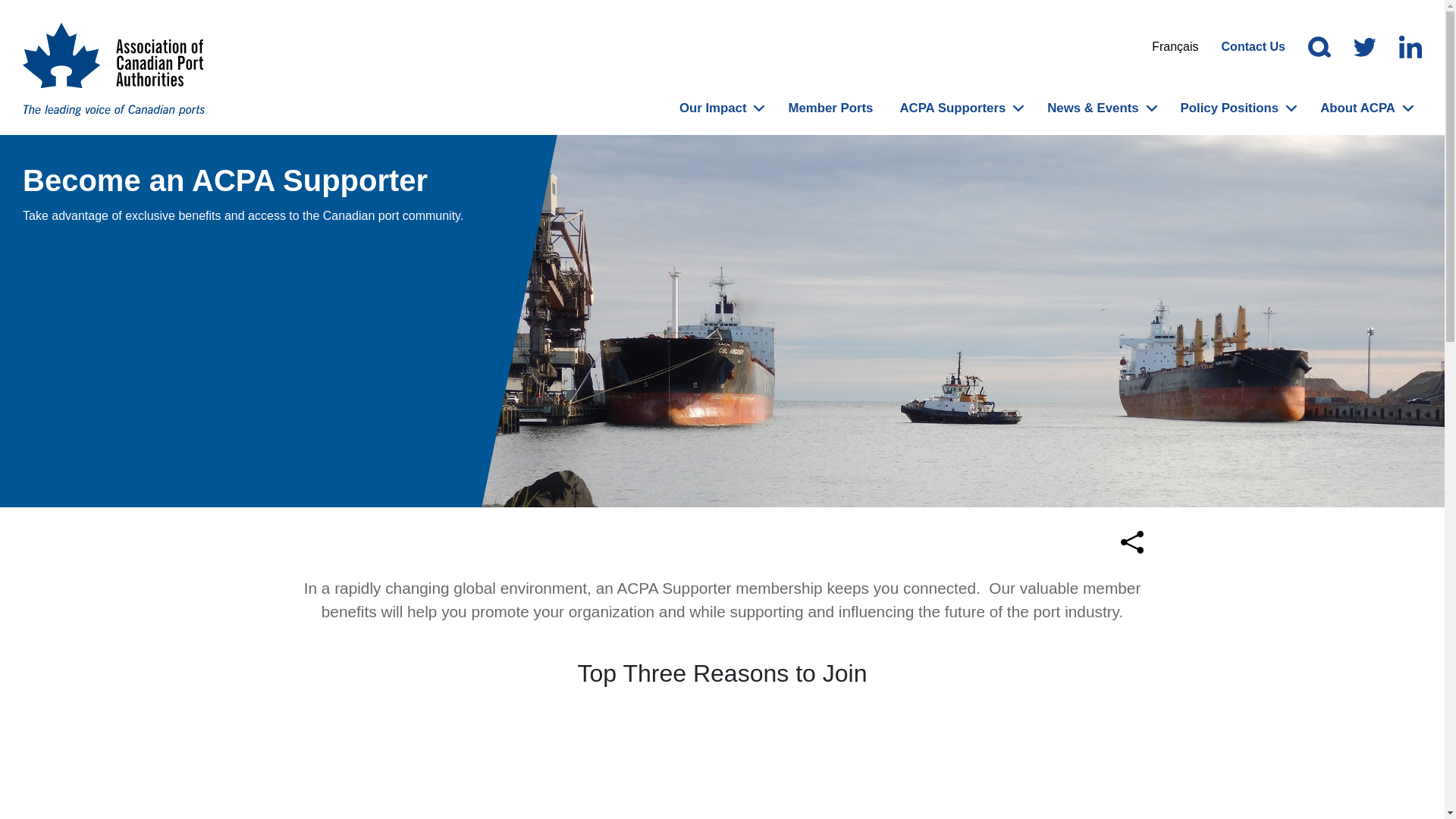 The height and width of the screenshot is (819, 1456). I want to click on 'News & Events', so click(1092, 107).